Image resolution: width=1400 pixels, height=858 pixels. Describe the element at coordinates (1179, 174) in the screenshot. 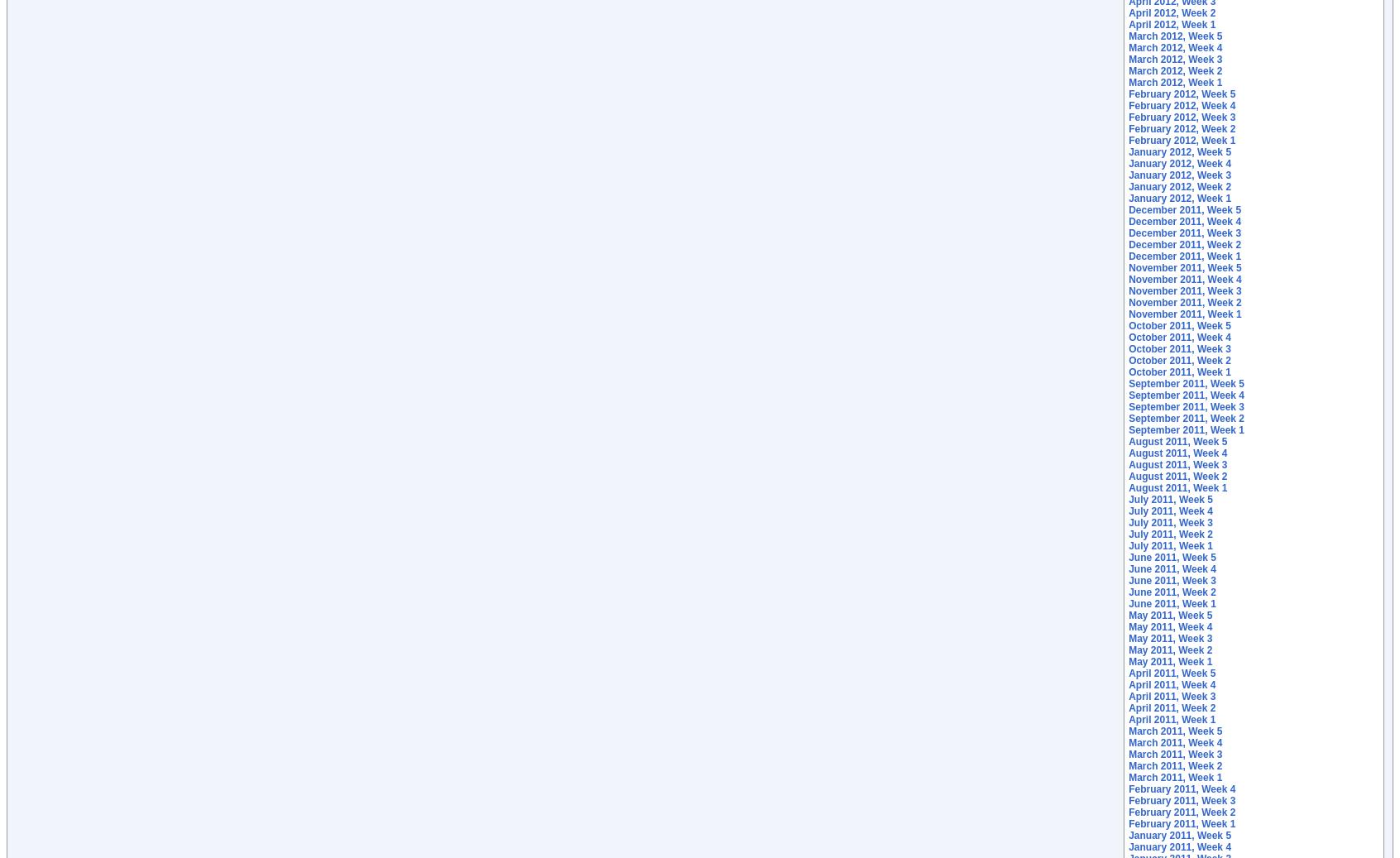

I see `'January 2012, Week 3'` at that location.